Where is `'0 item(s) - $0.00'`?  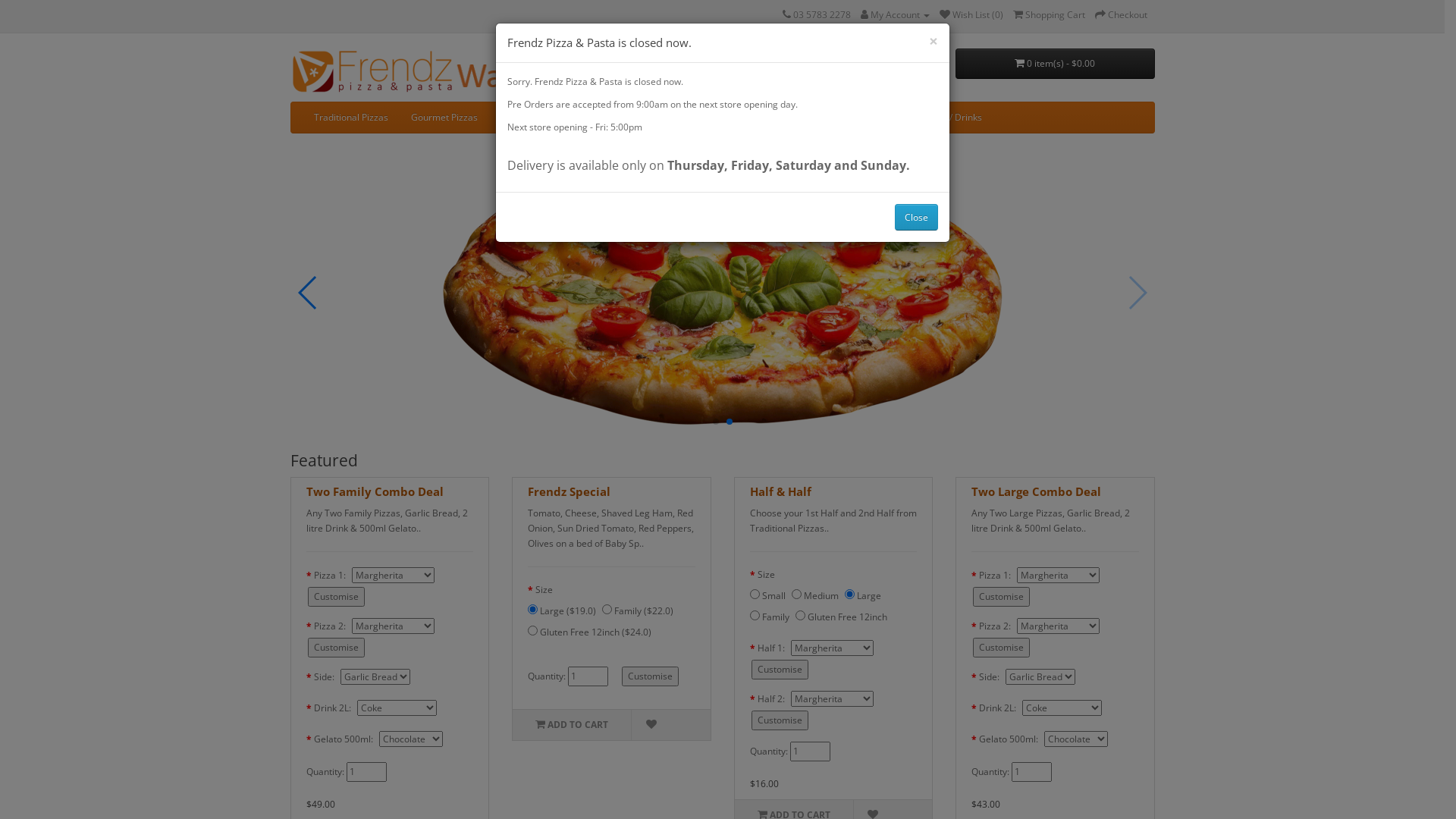
'0 item(s) - $0.00' is located at coordinates (954, 63).